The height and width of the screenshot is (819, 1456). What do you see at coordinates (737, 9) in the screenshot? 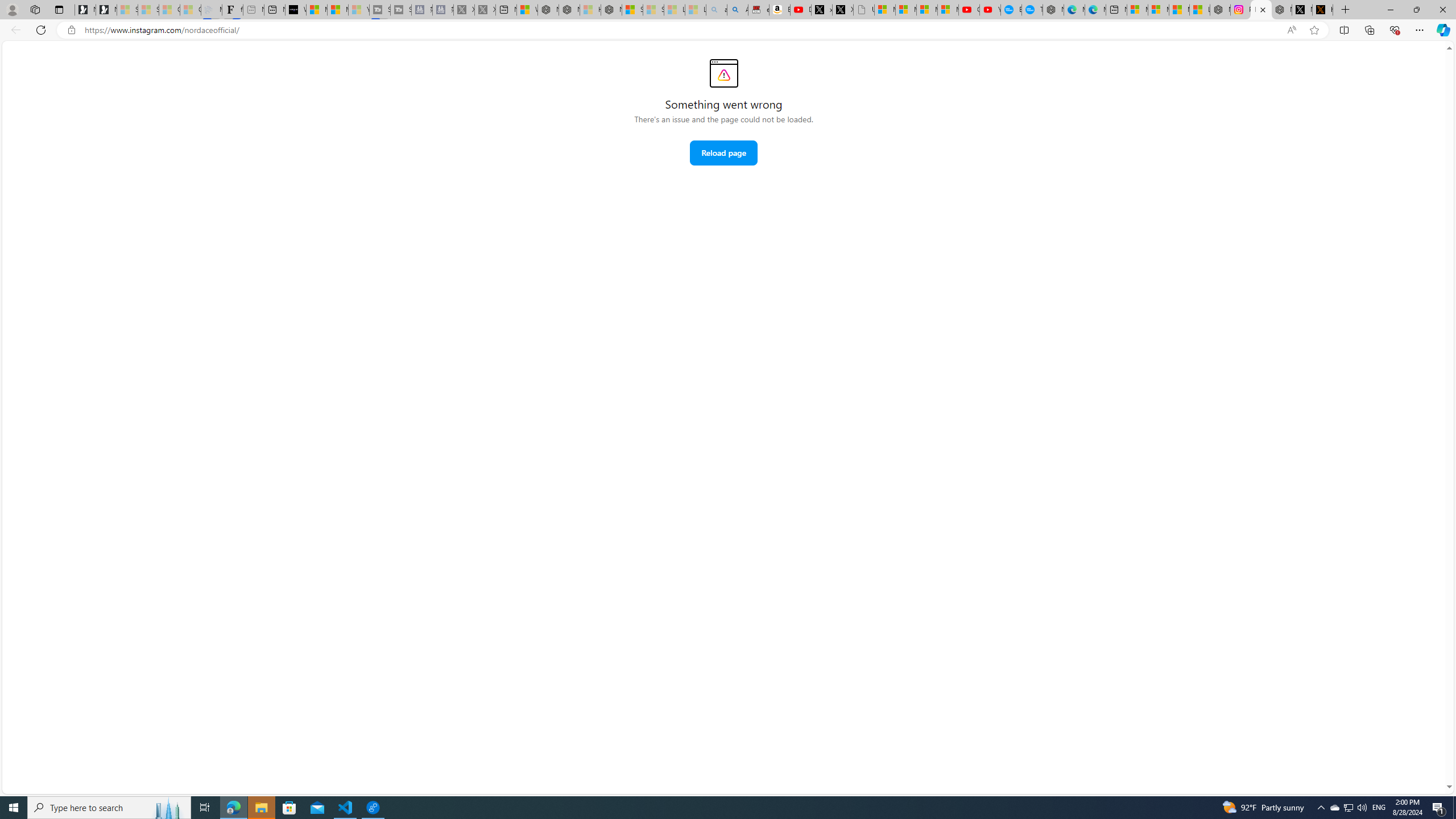
I see `'Amazon Echo Dot PNG - Search Images'` at bounding box center [737, 9].